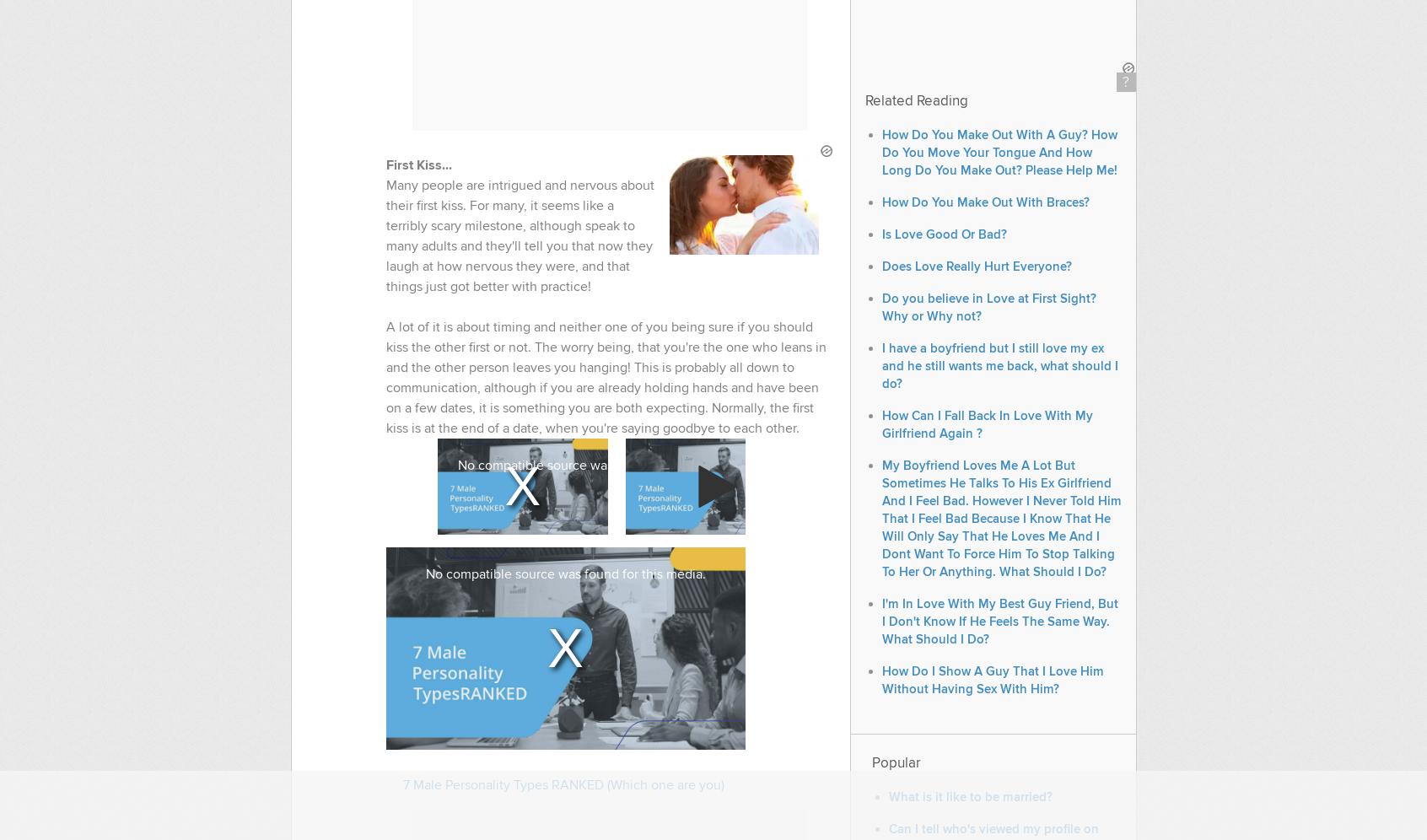  What do you see at coordinates (943, 234) in the screenshot?
I see `'Is Love Good Or Bad?'` at bounding box center [943, 234].